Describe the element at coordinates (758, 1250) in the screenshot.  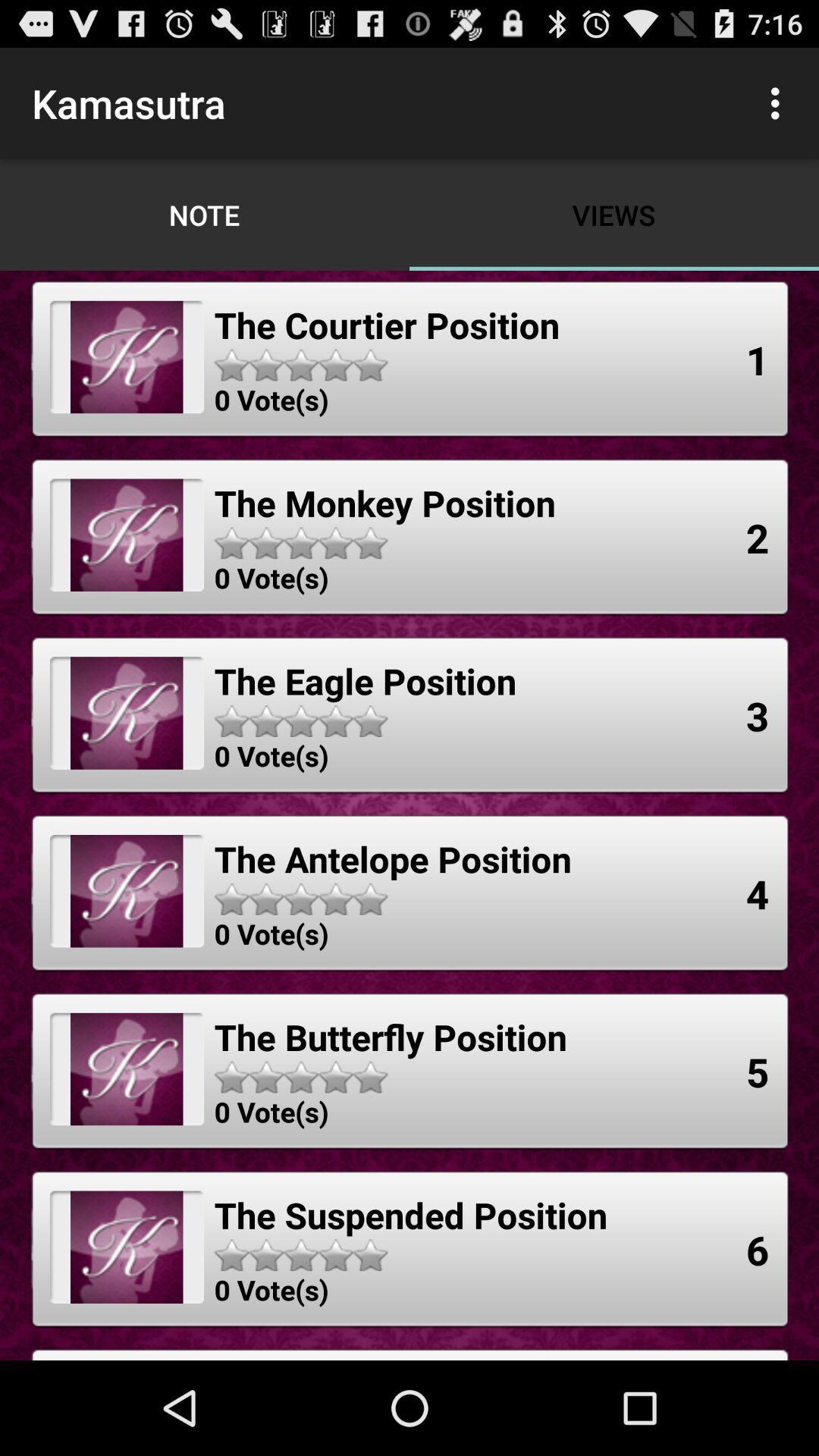
I see `app next to the suspended position icon` at that location.